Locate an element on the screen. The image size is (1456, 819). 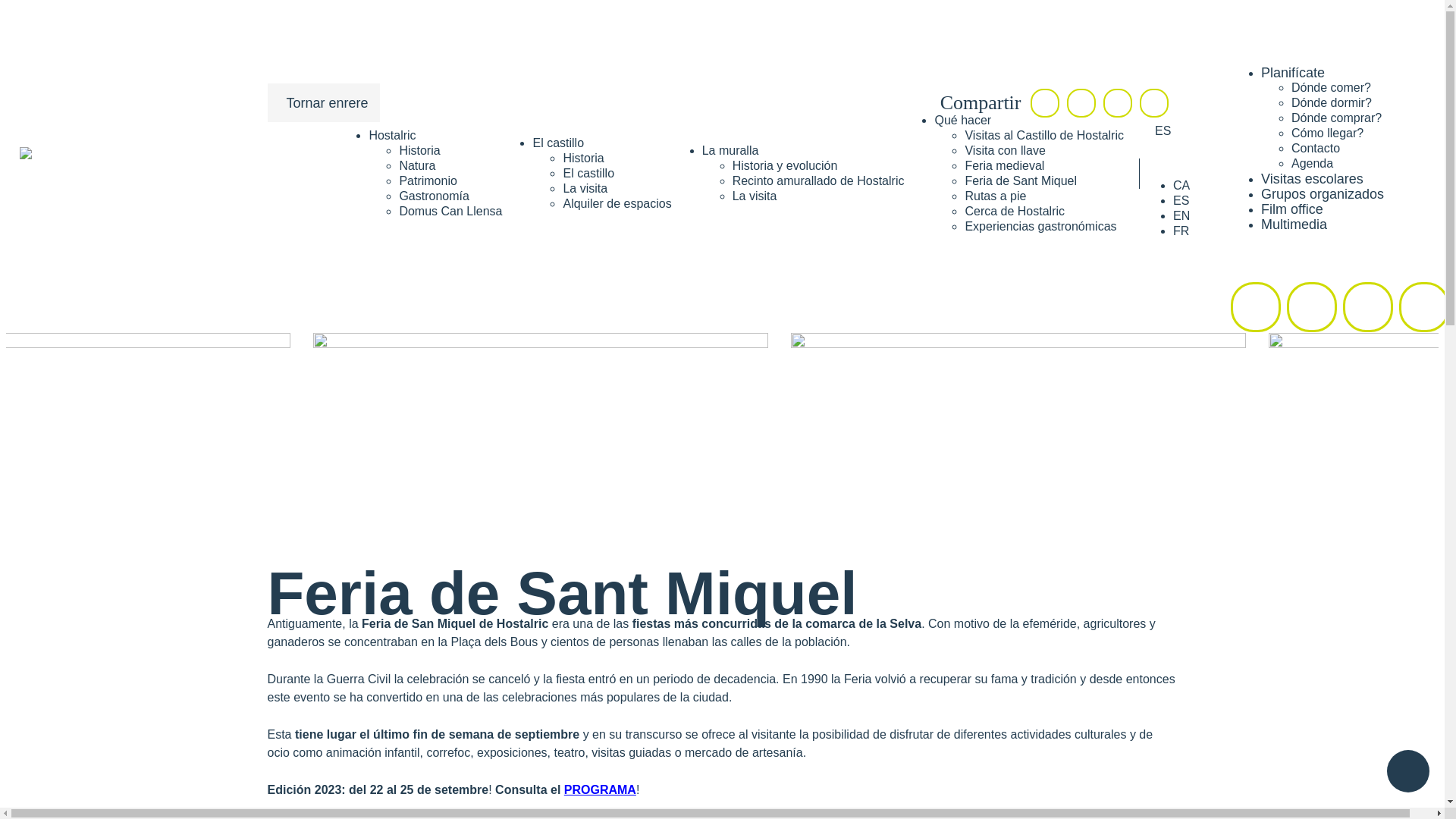
'FR' is located at coordinates (1180, 231).